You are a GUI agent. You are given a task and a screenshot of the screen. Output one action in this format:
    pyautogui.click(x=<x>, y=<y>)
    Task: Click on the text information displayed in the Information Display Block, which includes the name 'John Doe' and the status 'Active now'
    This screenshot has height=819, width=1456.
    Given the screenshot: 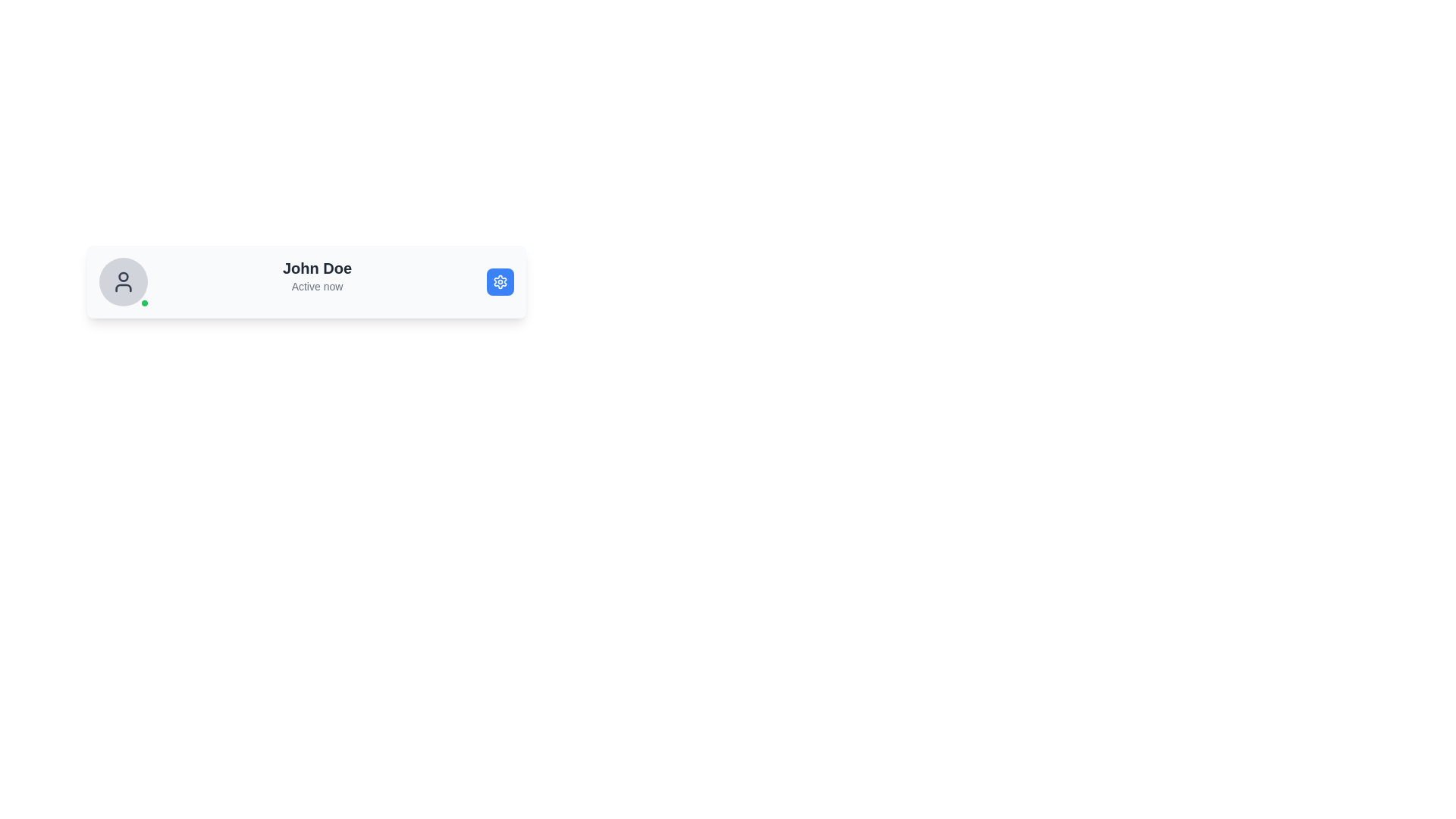 What is the action you would take?
    pyautogui.click(x=316, y=281)
    